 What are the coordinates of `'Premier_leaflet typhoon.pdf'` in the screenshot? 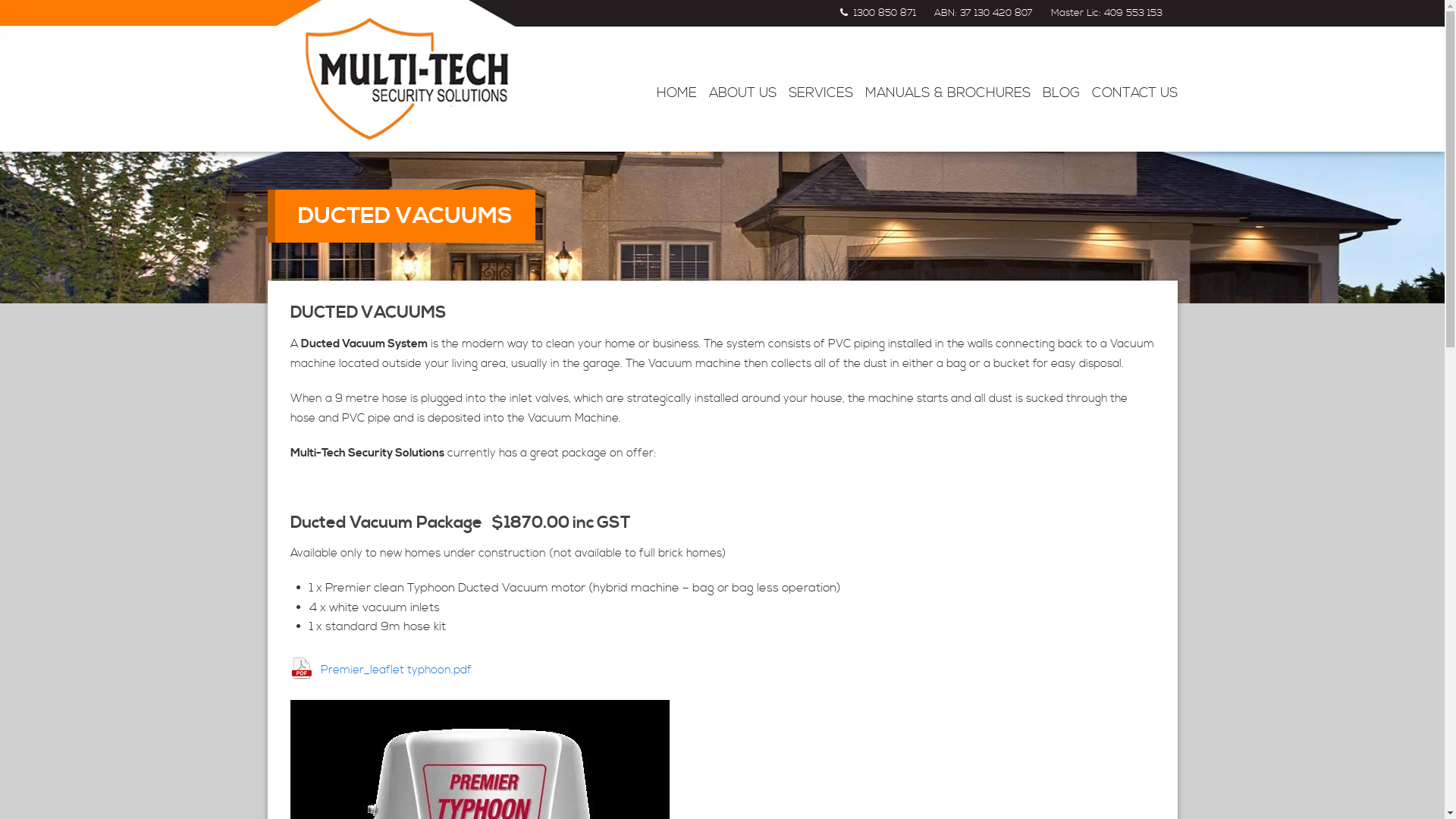 It's located at (380, 667).